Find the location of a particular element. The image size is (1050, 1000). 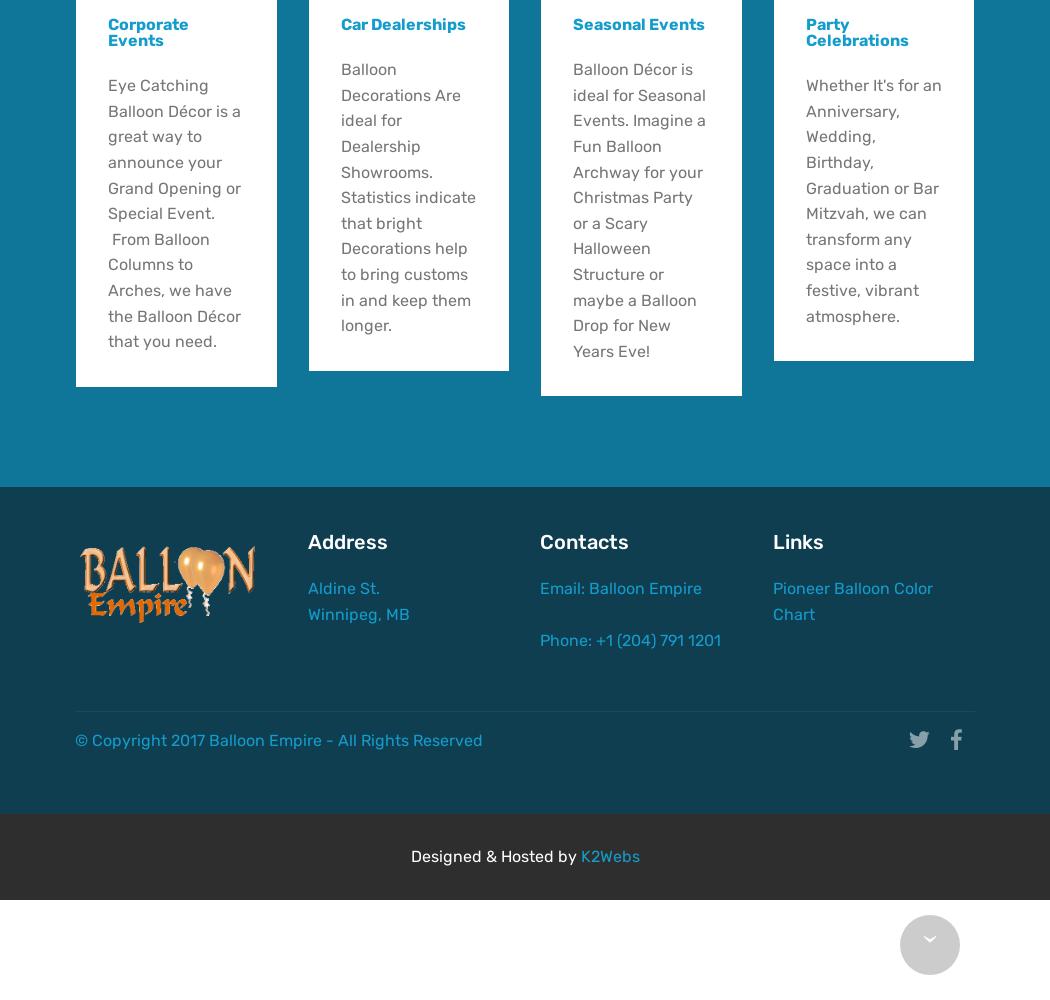

'Pioneer Balloon Color Chart' is located at coordinates (851, 600).